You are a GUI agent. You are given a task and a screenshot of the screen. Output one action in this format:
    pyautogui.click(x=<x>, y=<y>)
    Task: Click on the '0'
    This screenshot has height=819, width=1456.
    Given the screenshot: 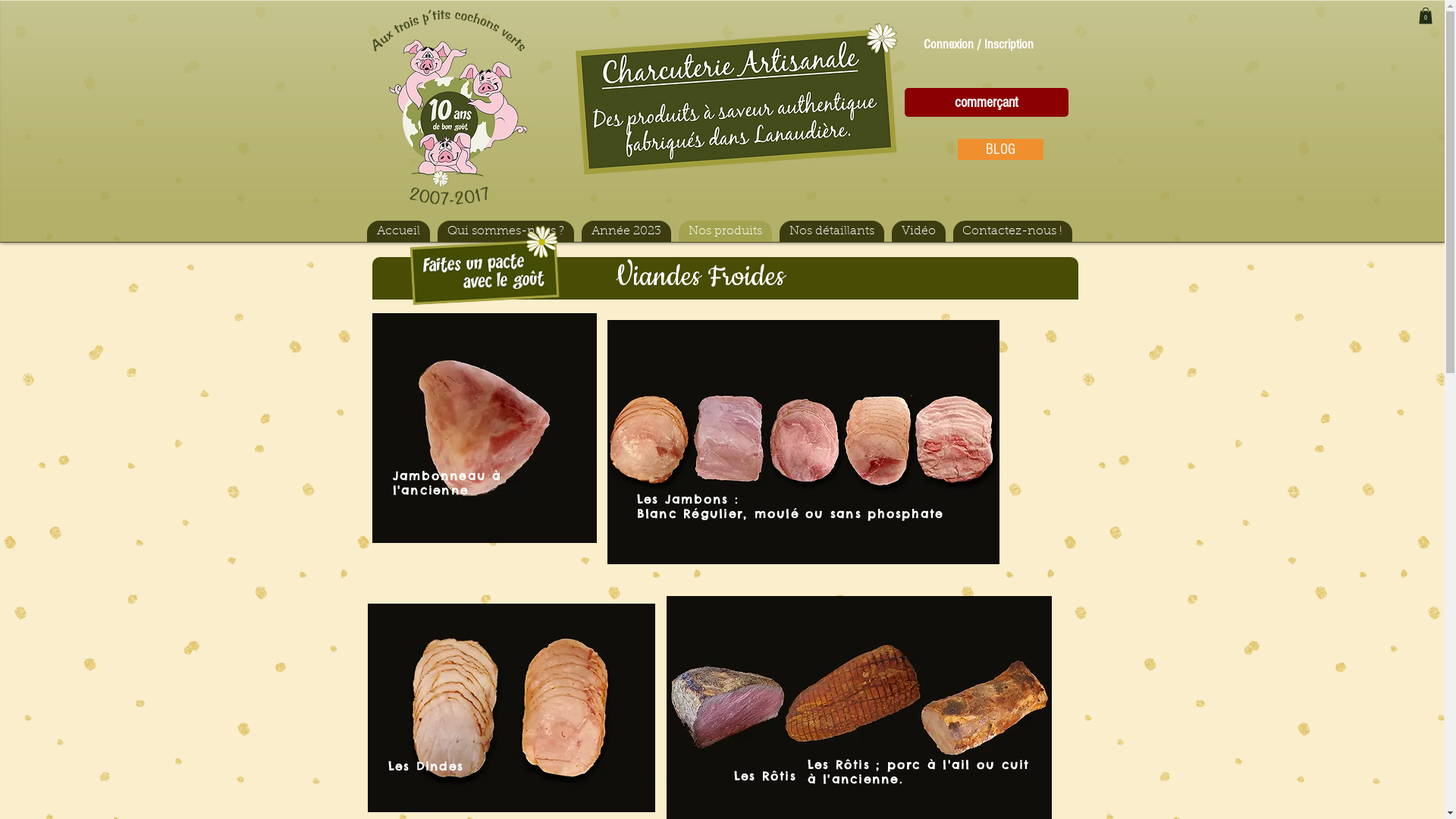 What is the action you would take?
    pyautogui.click(x=1417, y=15)
    